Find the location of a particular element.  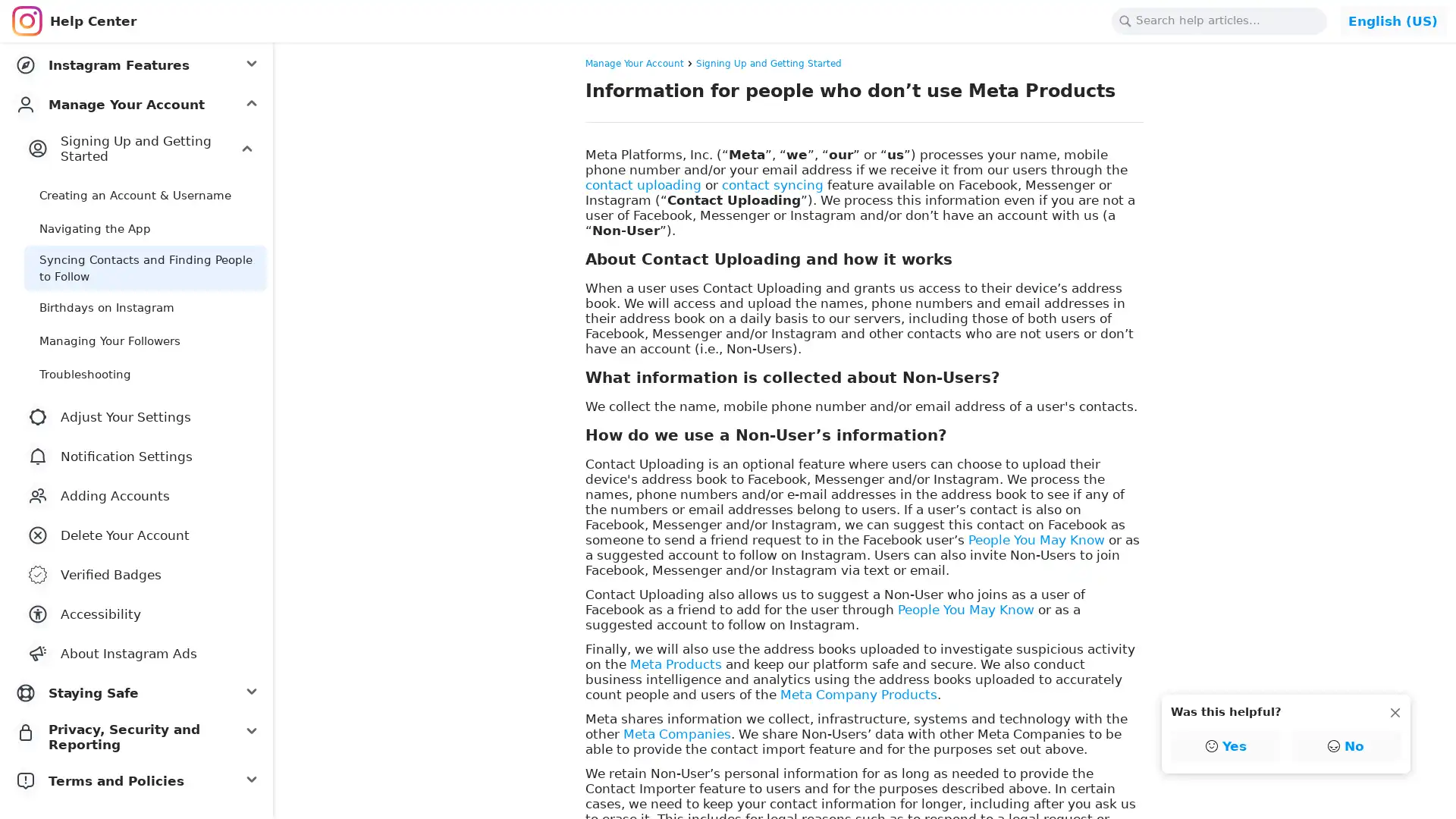

Terms and Policies is located at coordinates (136, 780).